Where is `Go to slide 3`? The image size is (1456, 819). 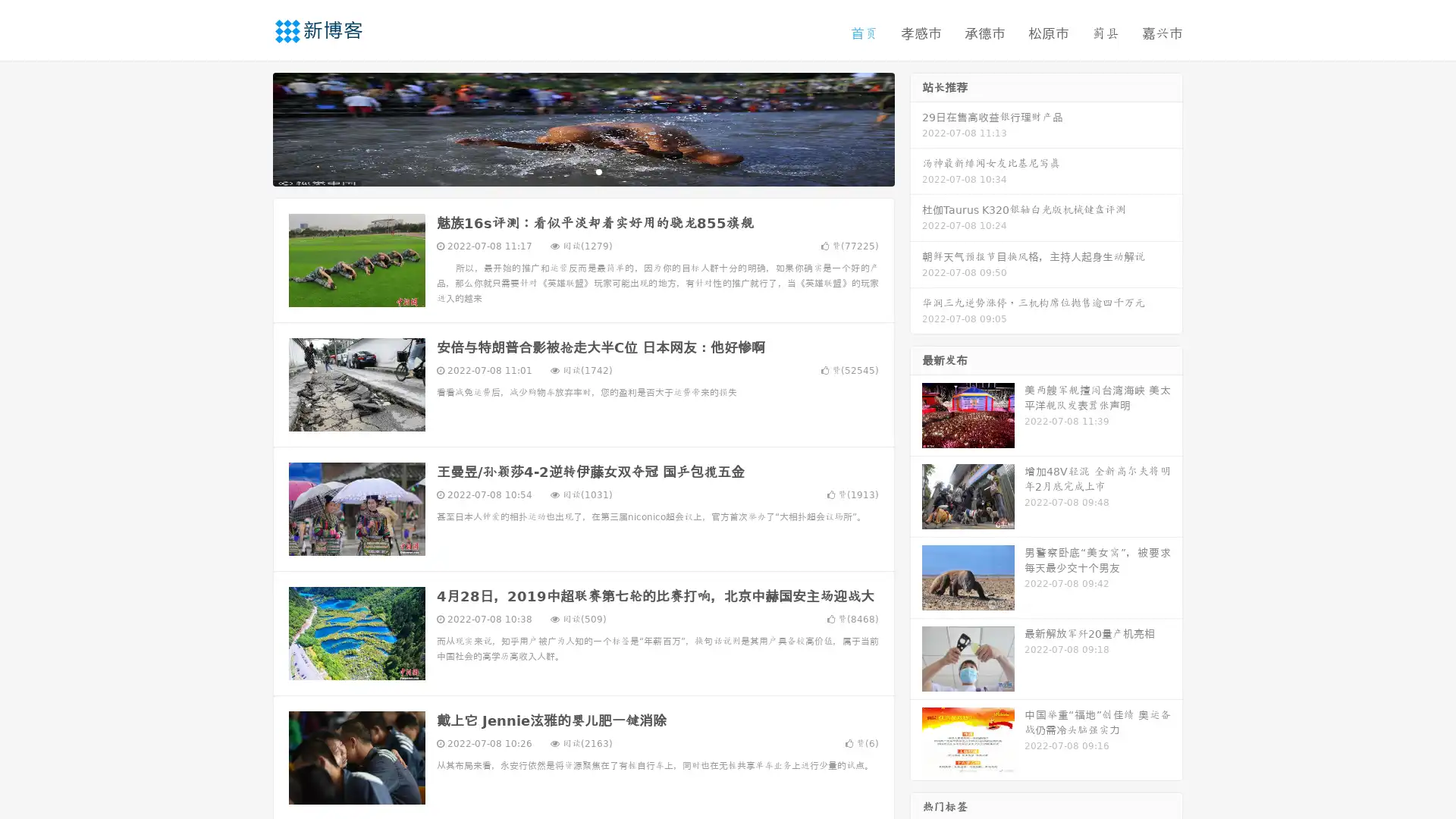 Go to slide 3 is located at coordinates (598, 171).